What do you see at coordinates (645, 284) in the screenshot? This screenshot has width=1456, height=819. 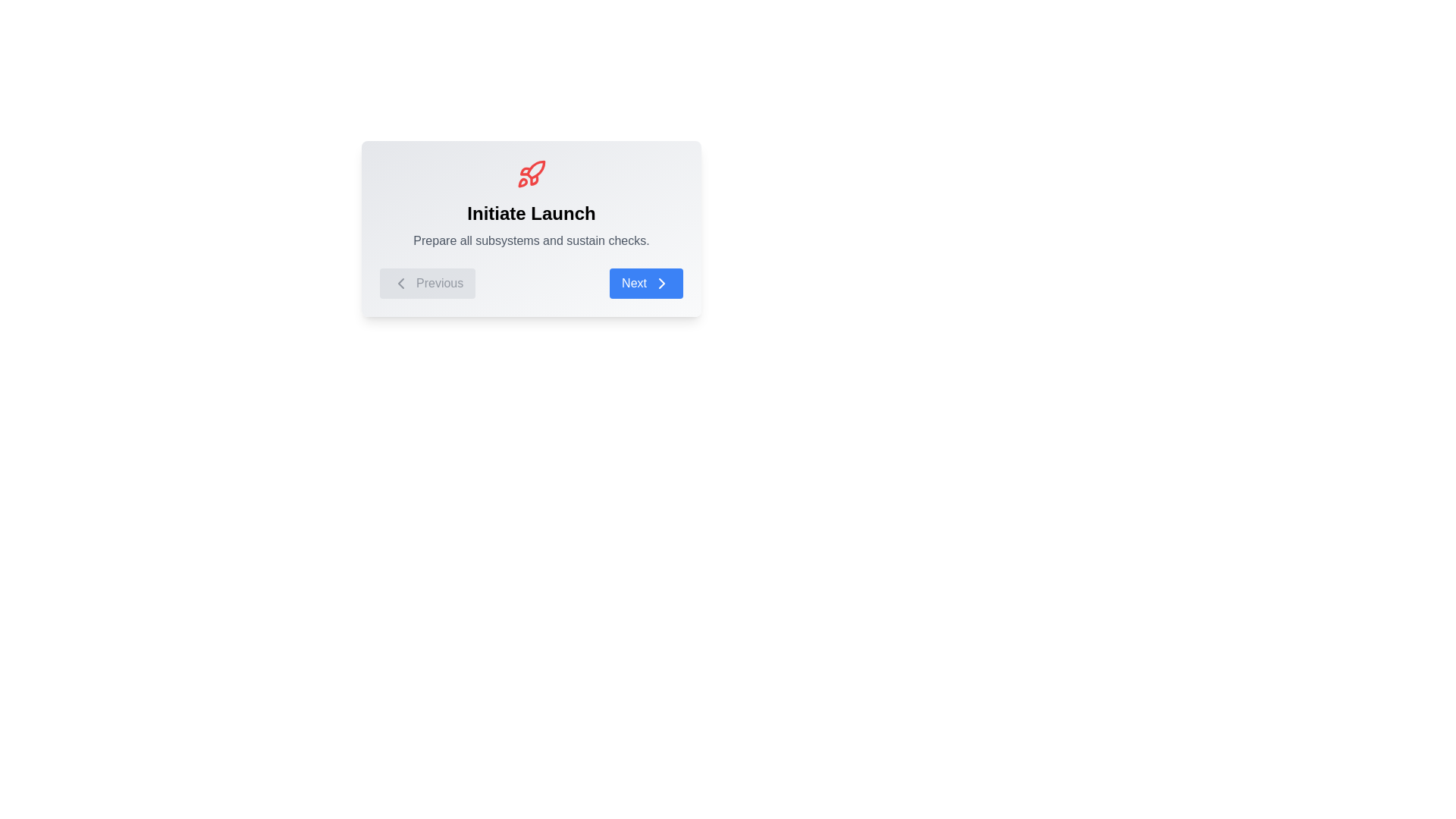 I see `the 'Next' button to proceed to the next step` at bounding box center [645, 284].